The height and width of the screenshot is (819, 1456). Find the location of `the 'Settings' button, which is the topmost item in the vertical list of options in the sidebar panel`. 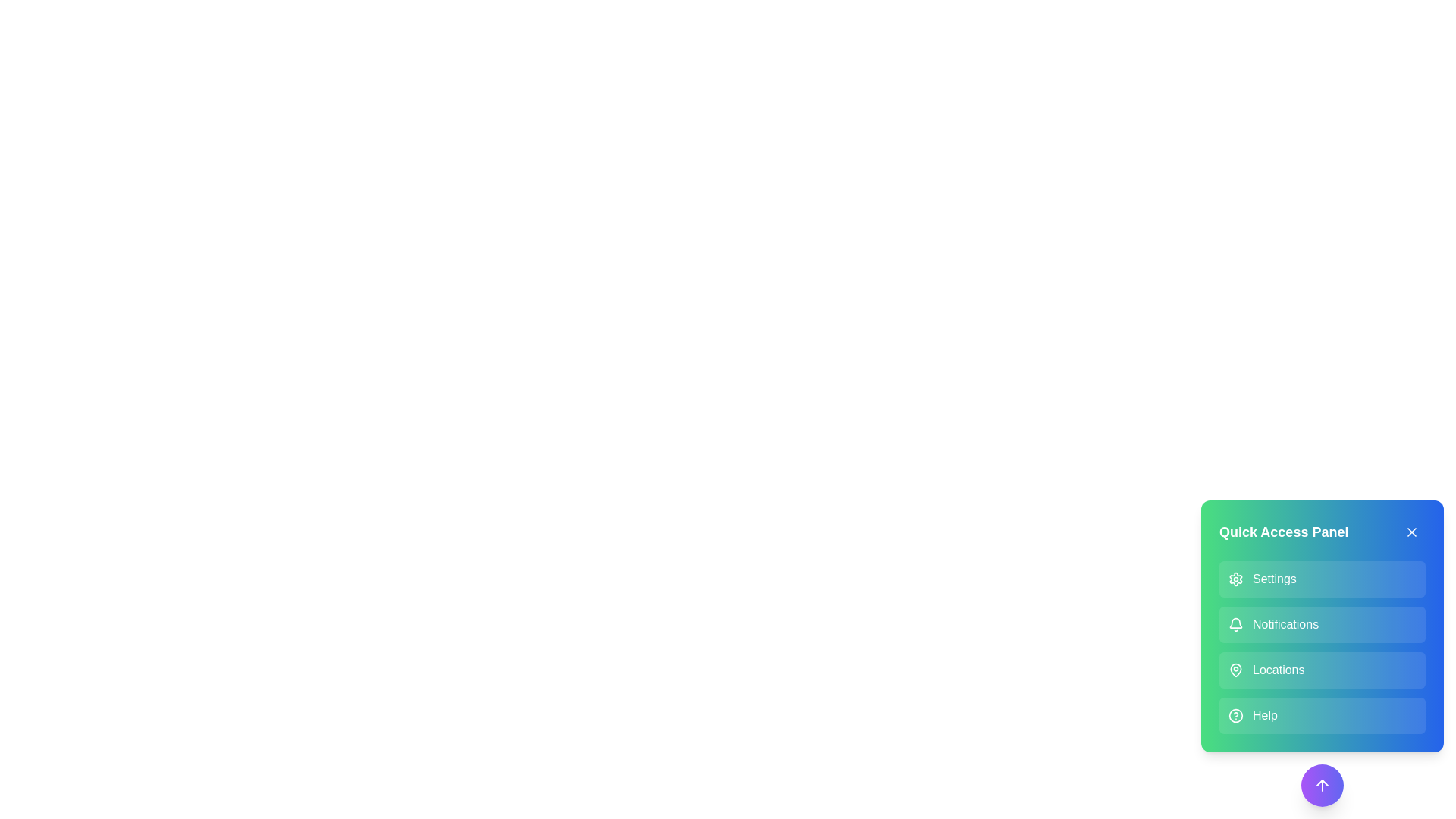

the 'Settings' button, which is the topmost item in the vertical list of options in the sidebar panel is located at coordinates (1321, 579).